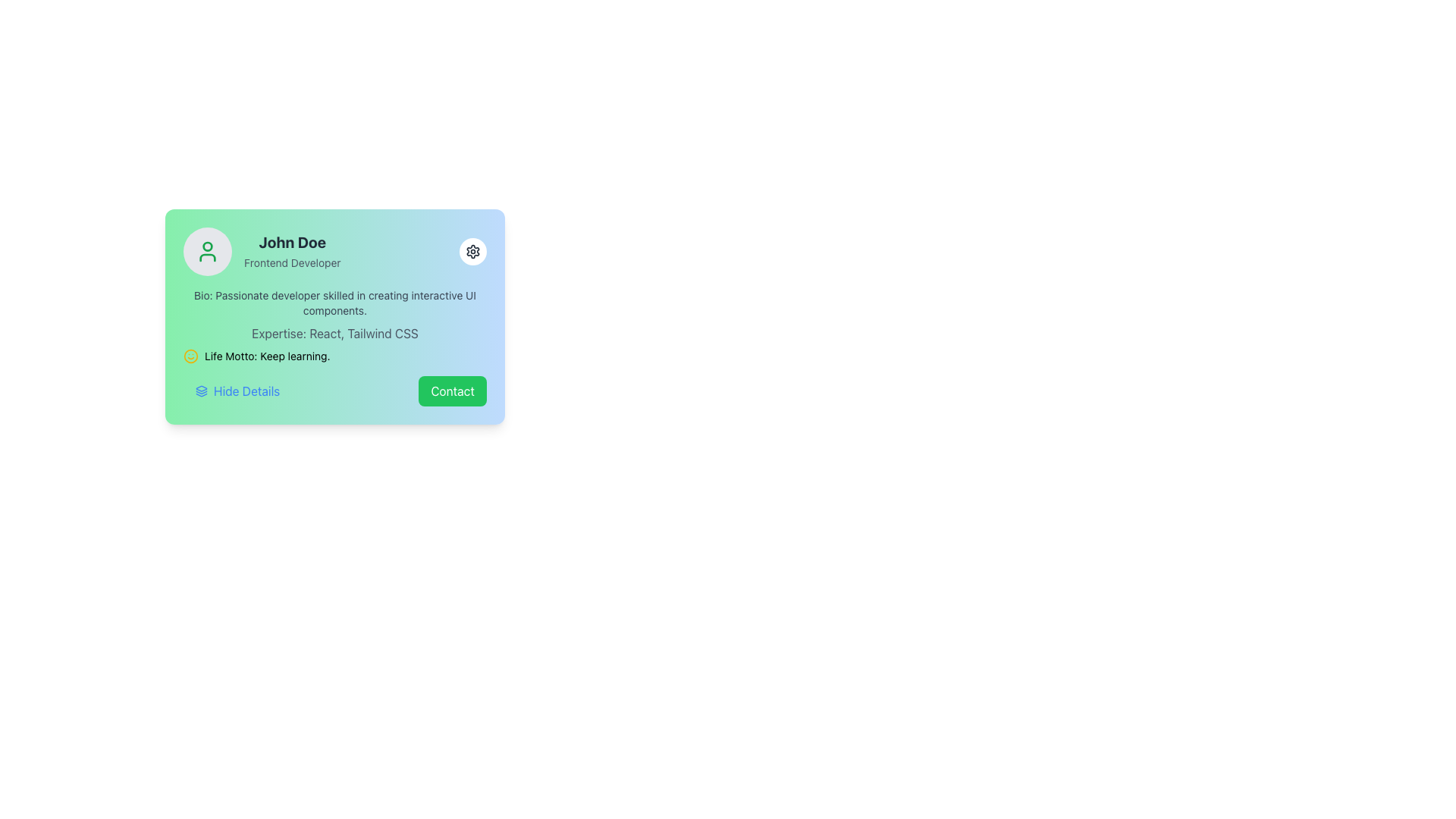  I want to click on the interactive button located in the lower-left portion of the card component, so click(237, 391).